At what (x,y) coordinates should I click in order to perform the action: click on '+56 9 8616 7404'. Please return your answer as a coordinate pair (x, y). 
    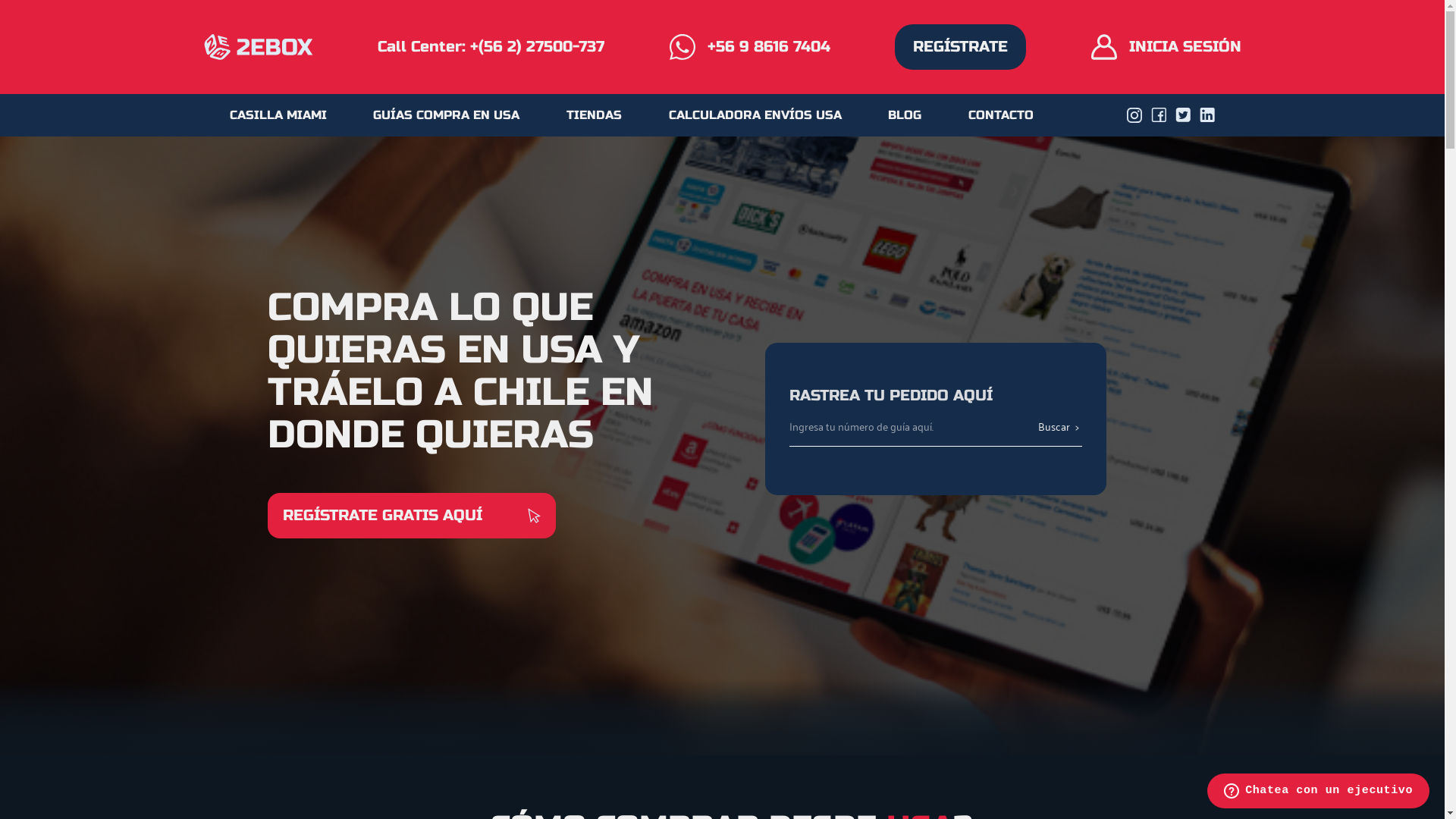
    Looking at the image, I should click on (749, 45).